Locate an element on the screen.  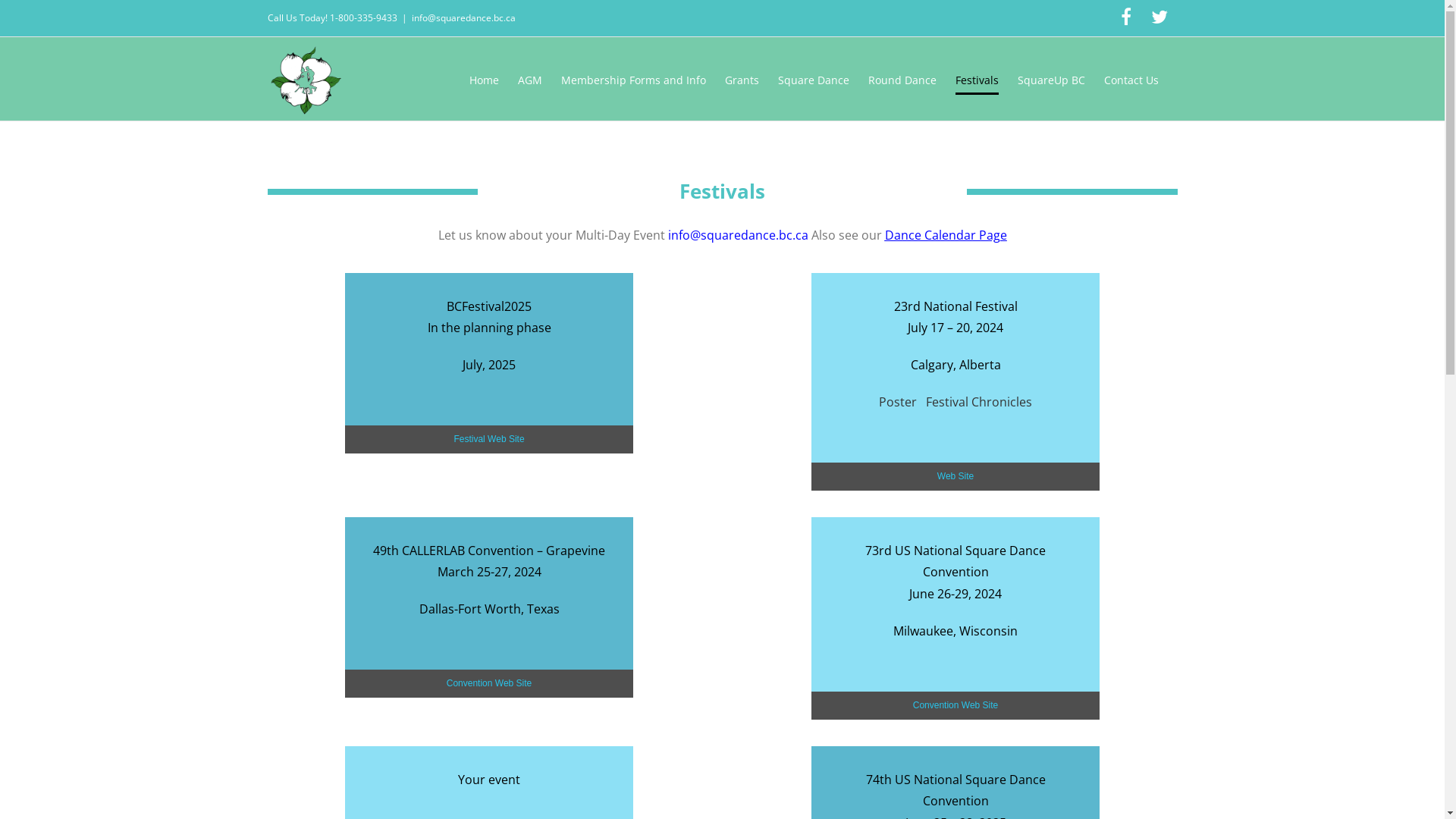
'Dance Calendar Page' is located at coordinates (944, 234).